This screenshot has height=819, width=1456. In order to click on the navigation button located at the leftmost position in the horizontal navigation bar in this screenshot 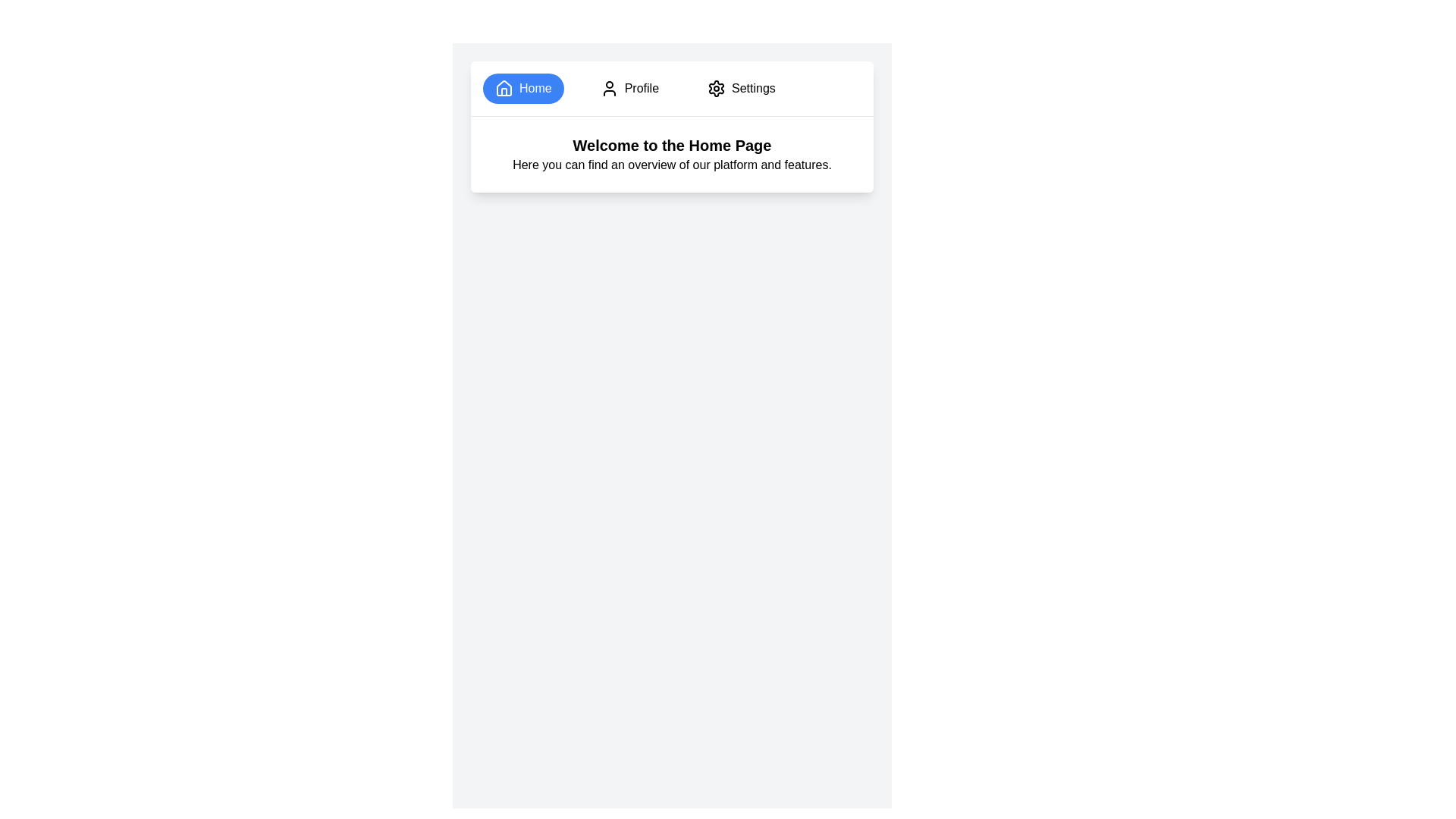, I will do `click(523, 88)`.